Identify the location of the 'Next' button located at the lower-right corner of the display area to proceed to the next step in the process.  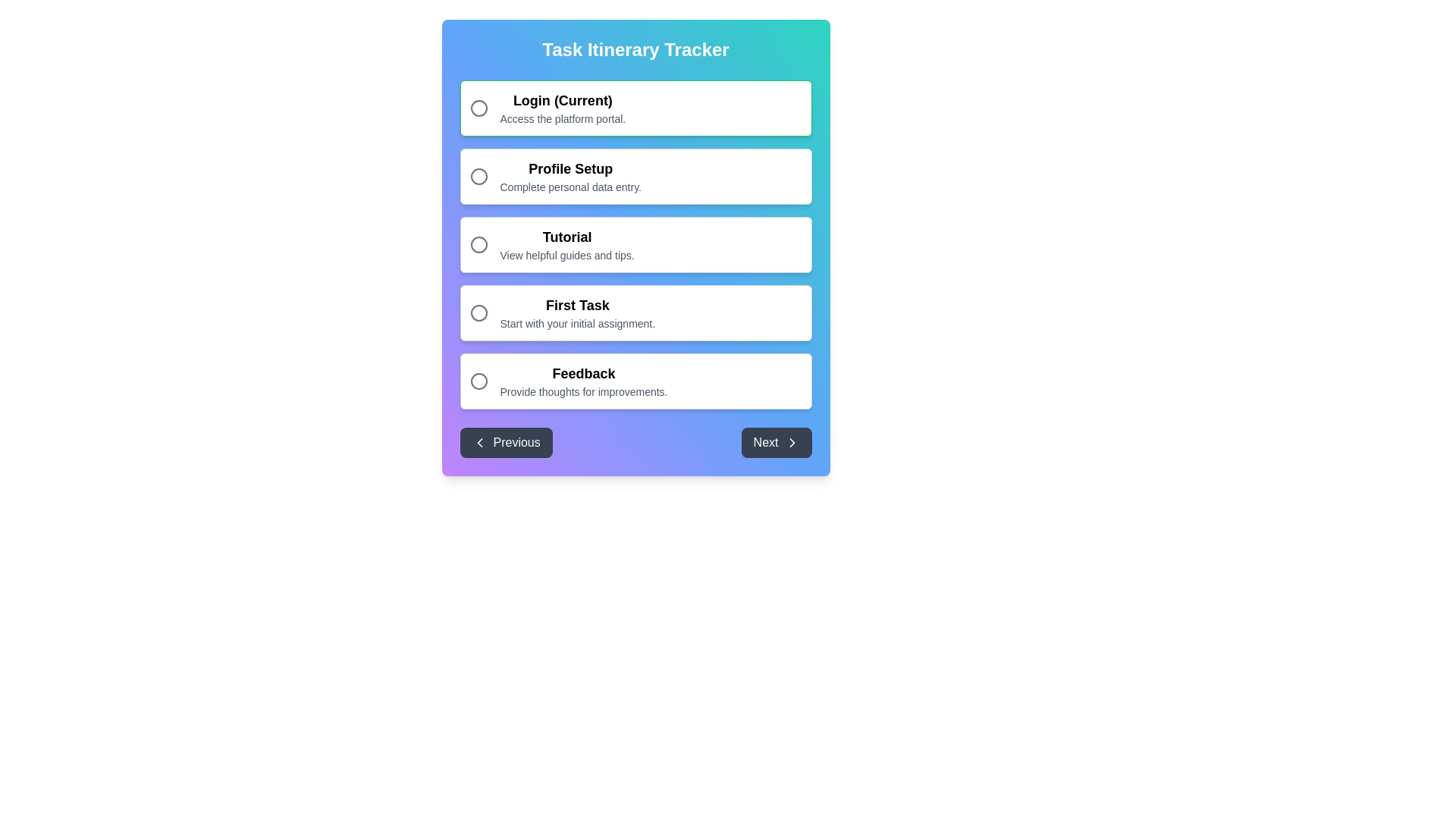
(777, 442).